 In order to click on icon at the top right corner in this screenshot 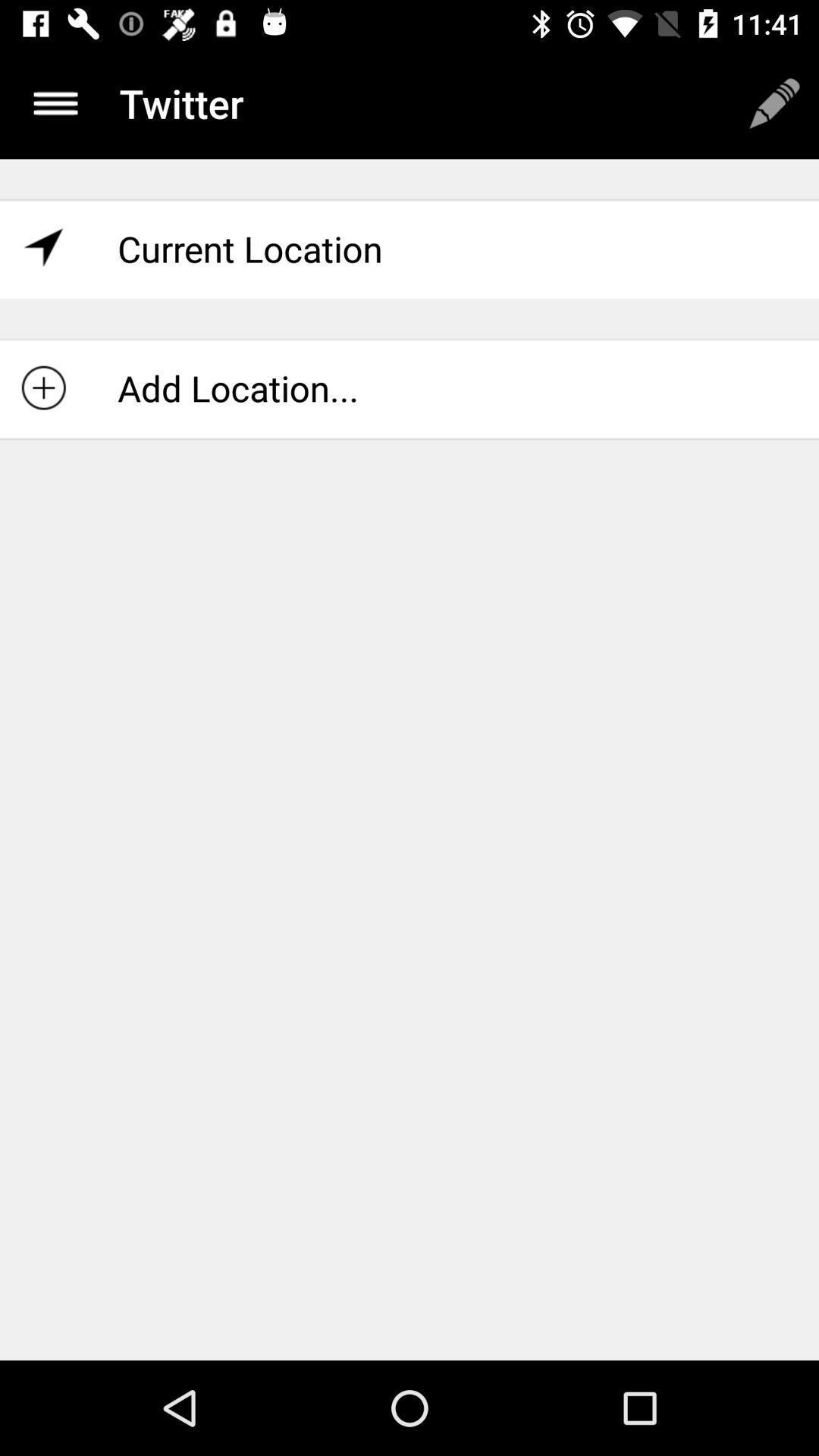, I will do `click(774, 102)`.